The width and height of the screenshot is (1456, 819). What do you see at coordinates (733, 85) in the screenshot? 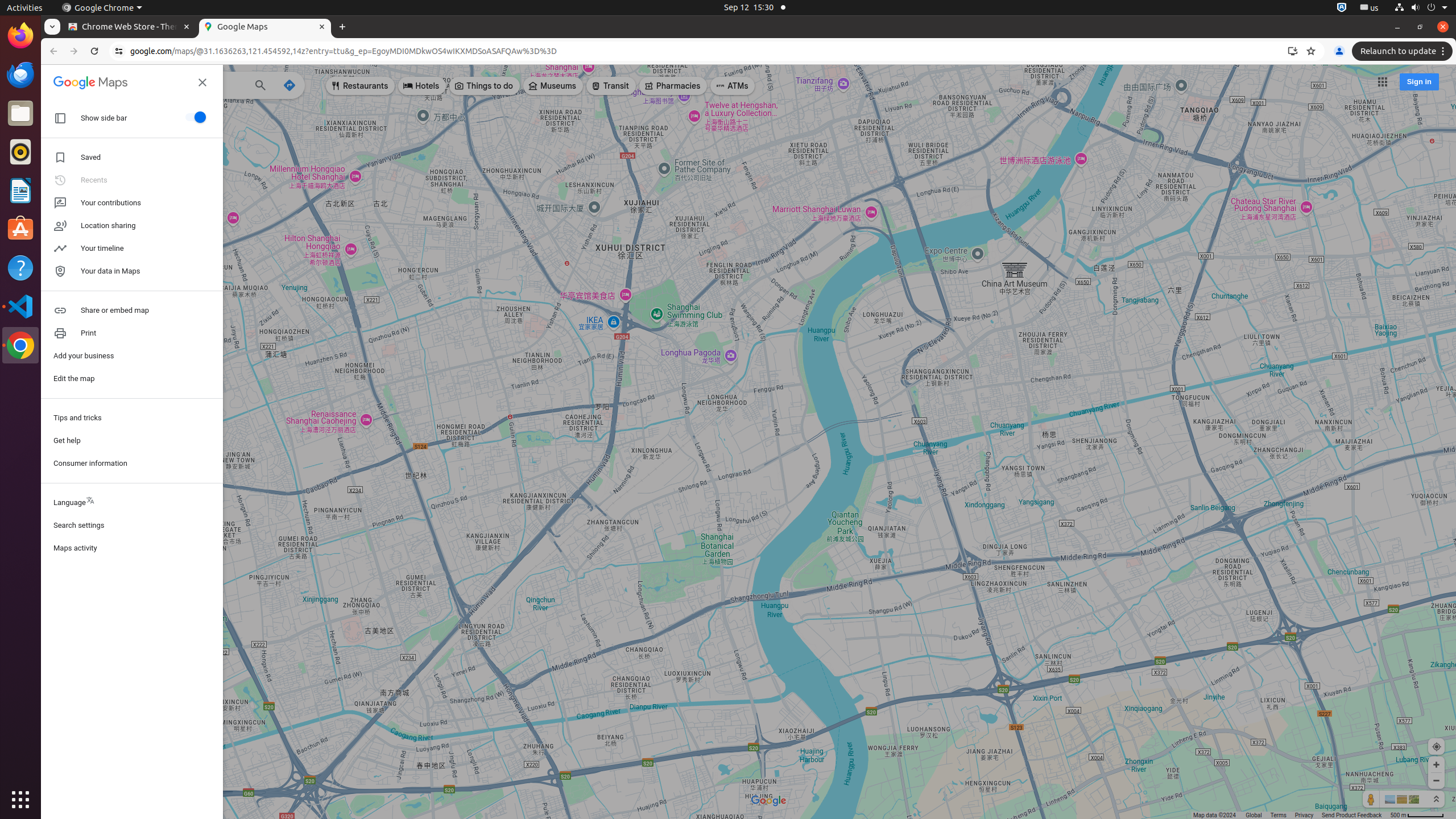
I see `'ATMs'` at bounding box center [733, 85].